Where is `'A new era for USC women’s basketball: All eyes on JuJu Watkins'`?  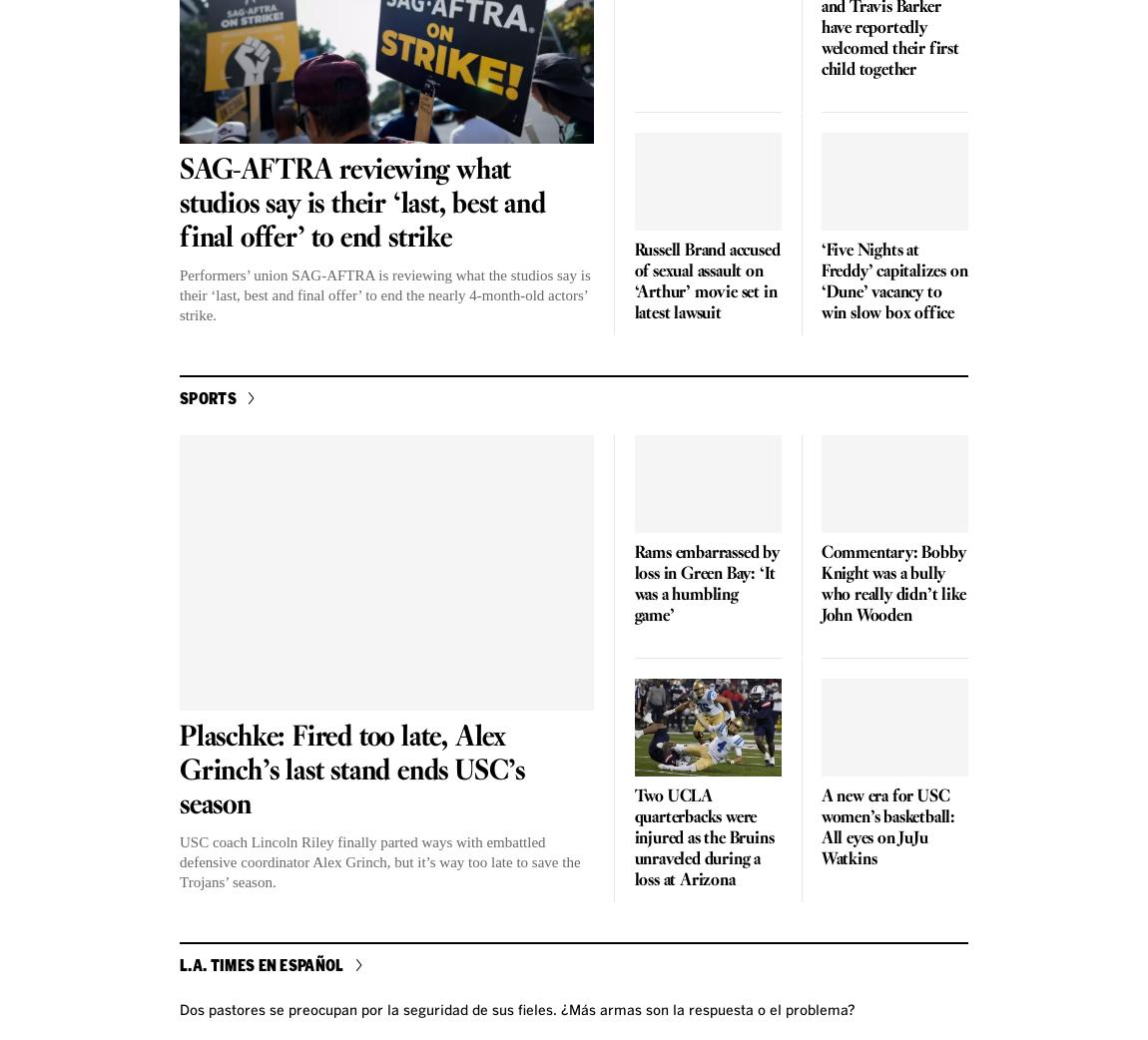 'A new era for USC women’s basketball: All eyes on JuJu Watkins' is located at coordinates (886, 827).